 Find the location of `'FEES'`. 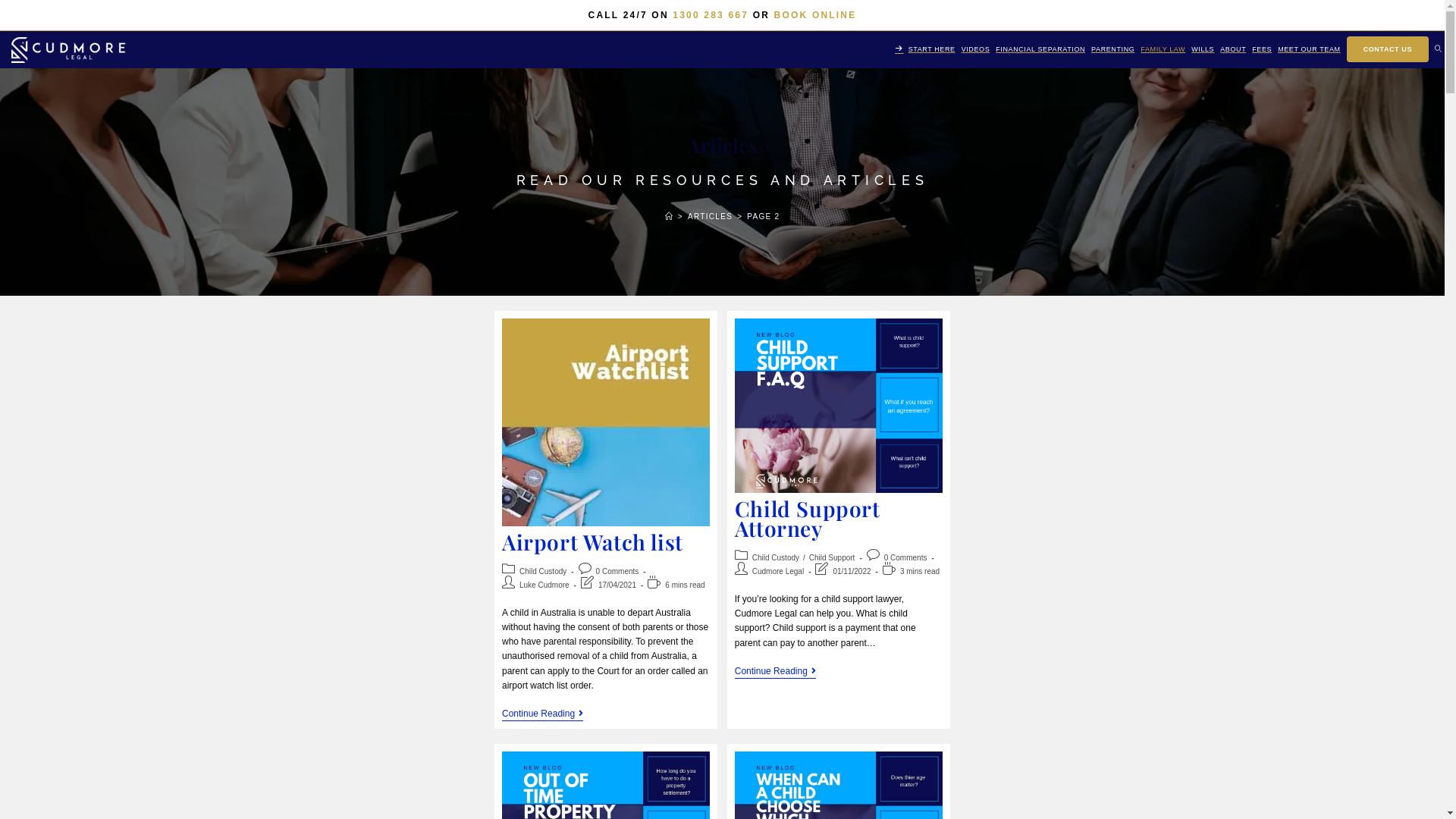

'FEES' is located at coordinates (1262, 49).